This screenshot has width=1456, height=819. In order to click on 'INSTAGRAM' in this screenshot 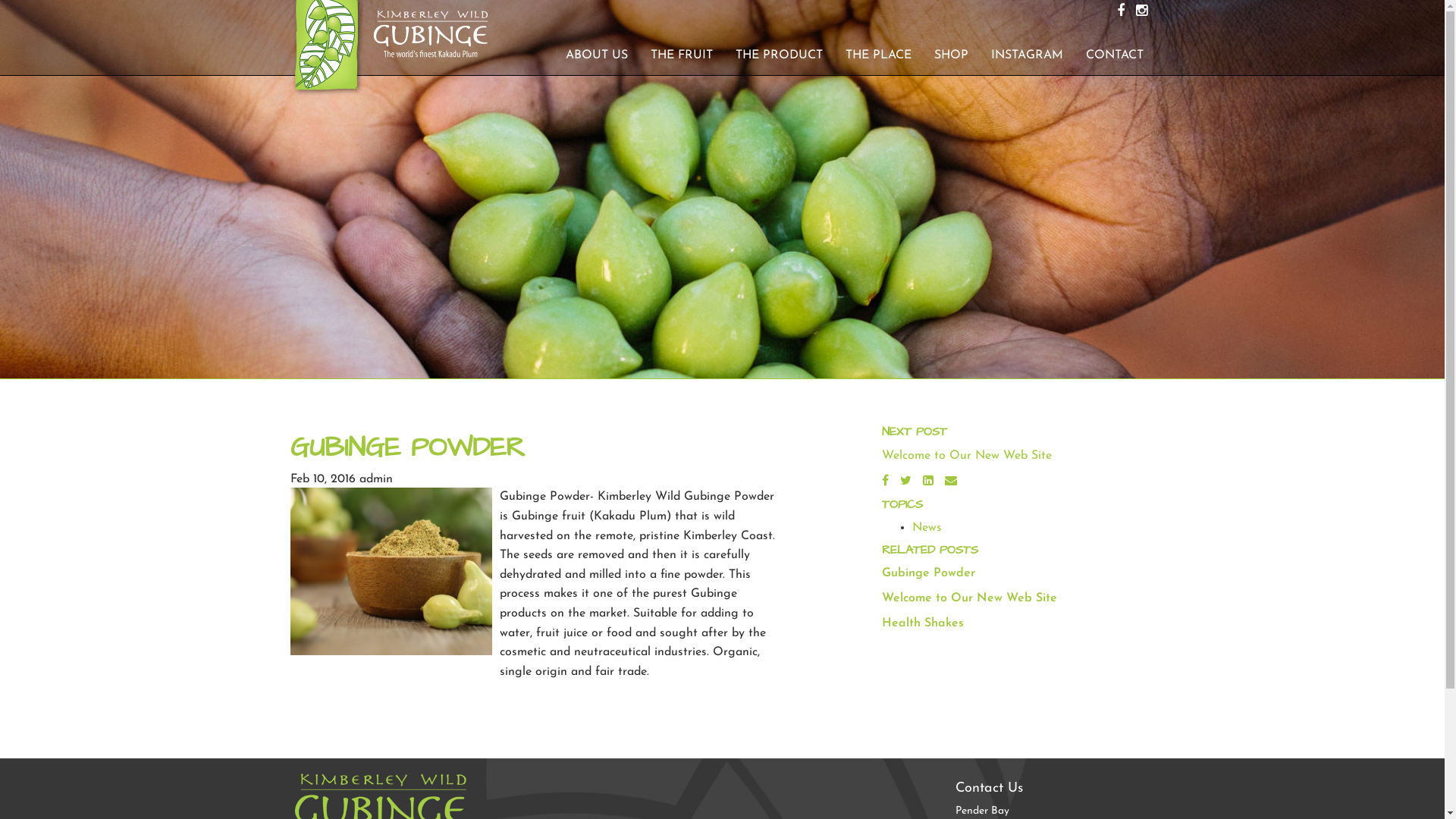, I will do `click(1027, 55)`.